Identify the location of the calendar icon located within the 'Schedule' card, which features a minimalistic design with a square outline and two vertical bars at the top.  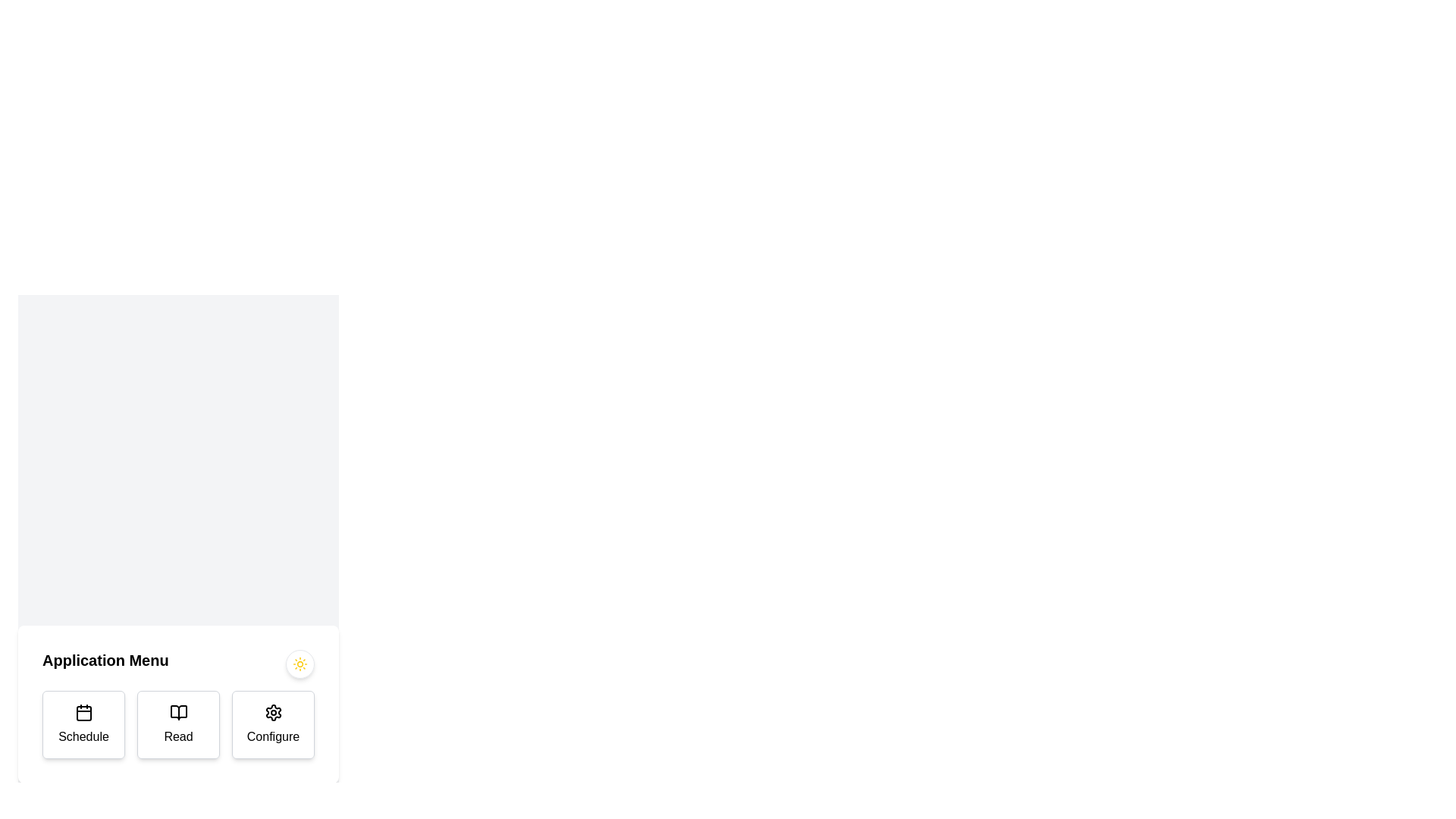
(83, 713).